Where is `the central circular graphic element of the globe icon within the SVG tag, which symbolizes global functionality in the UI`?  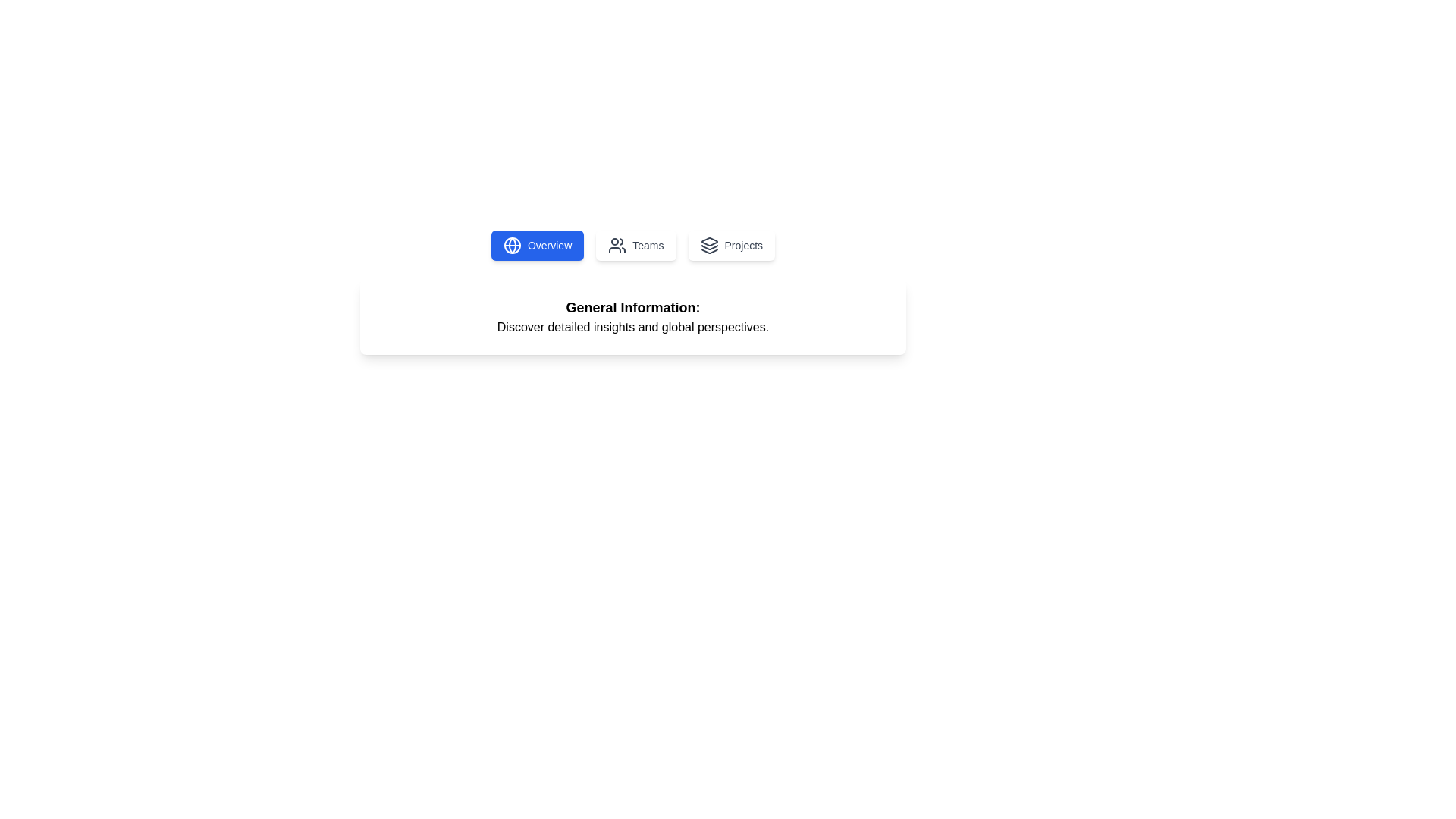 the central circular graphic element of the globe icon within the SVG tag, which symbolizes global functionality in the UI is located at coordinates (512, 245).